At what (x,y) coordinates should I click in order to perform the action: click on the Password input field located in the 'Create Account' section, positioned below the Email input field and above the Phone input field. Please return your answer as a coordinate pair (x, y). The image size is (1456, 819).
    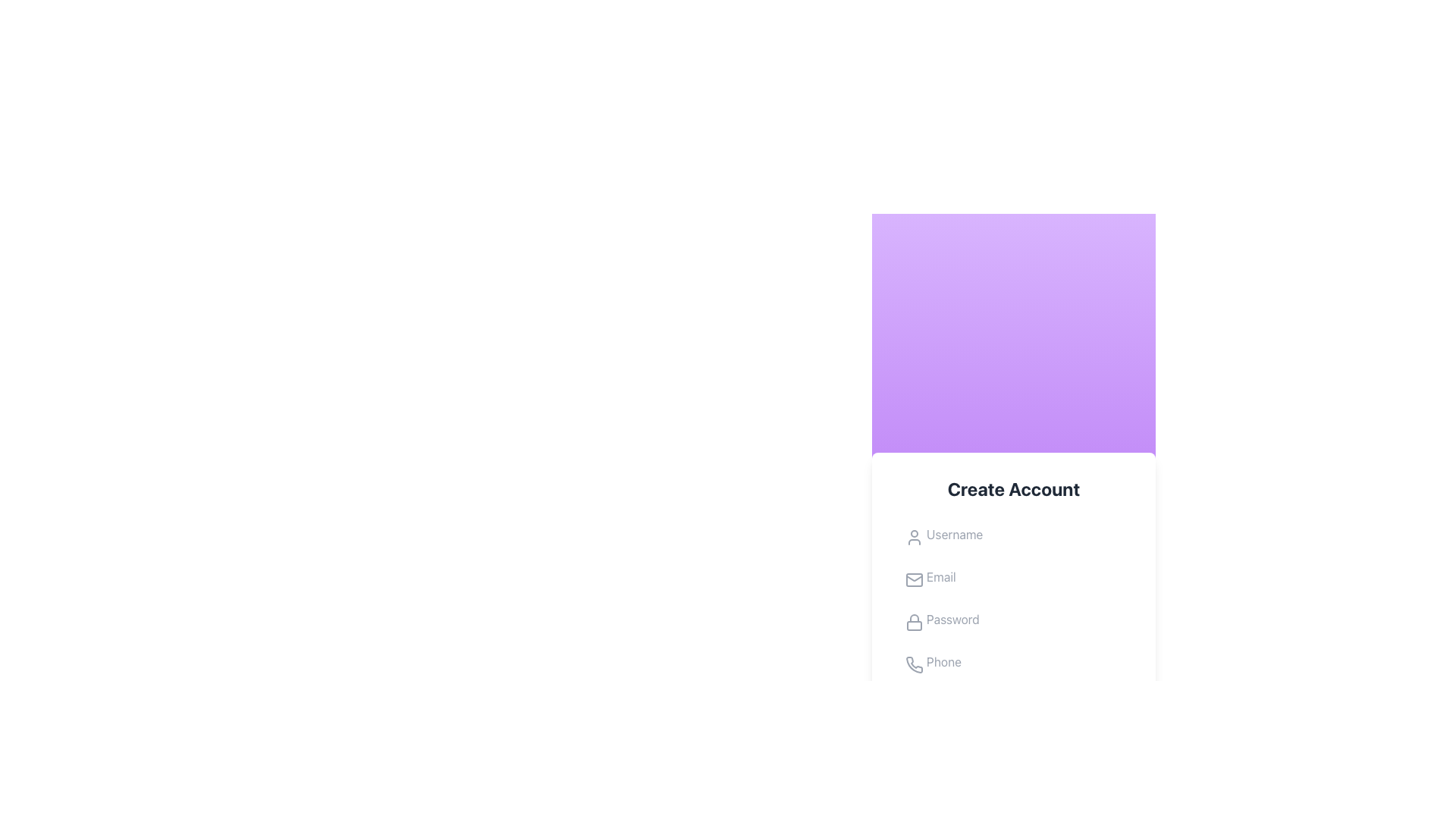
    Looking at the image, I should click on (1014, 620).